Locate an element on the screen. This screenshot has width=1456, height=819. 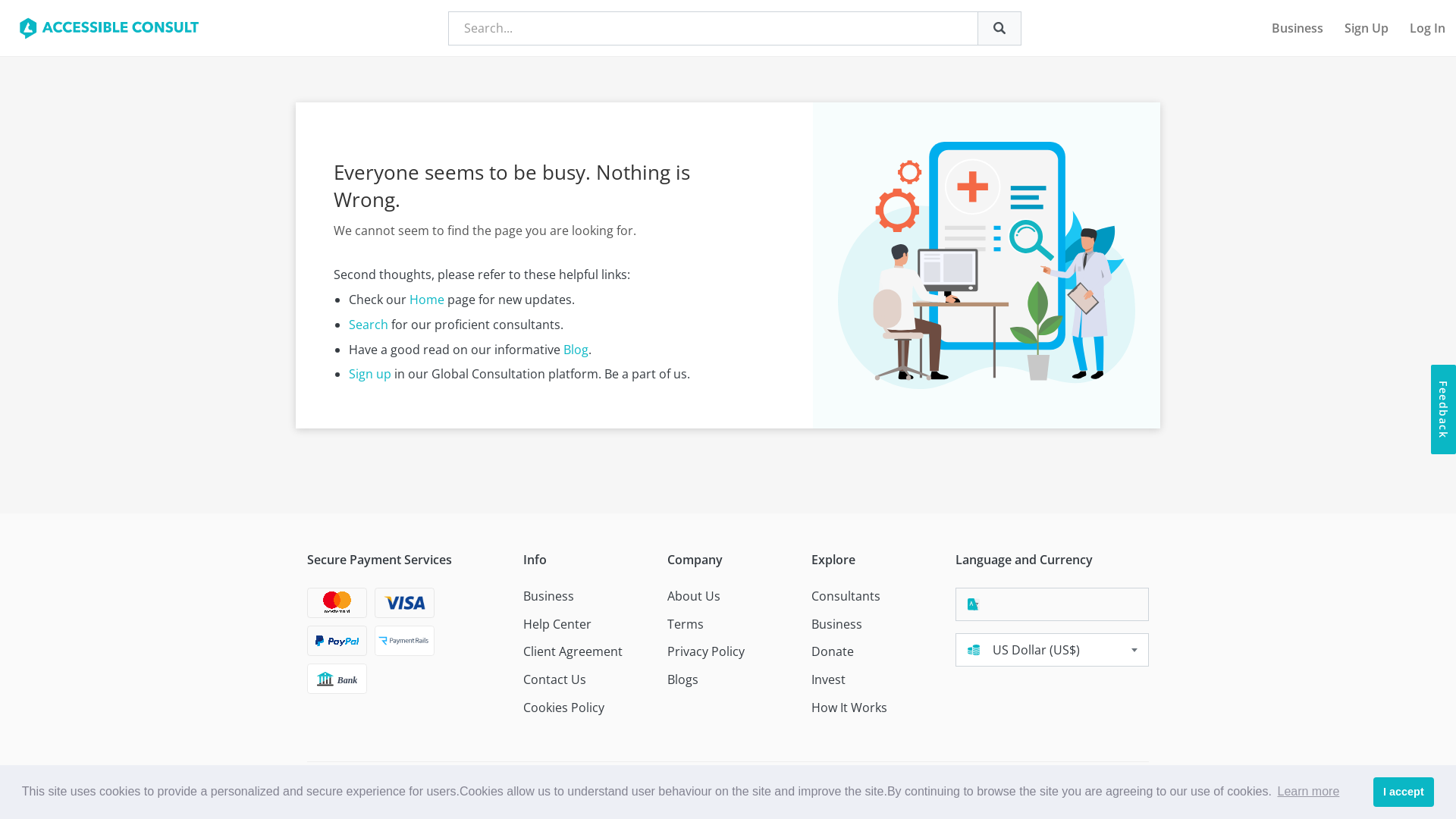
'Consultants' is located at coordinates (845, 595).